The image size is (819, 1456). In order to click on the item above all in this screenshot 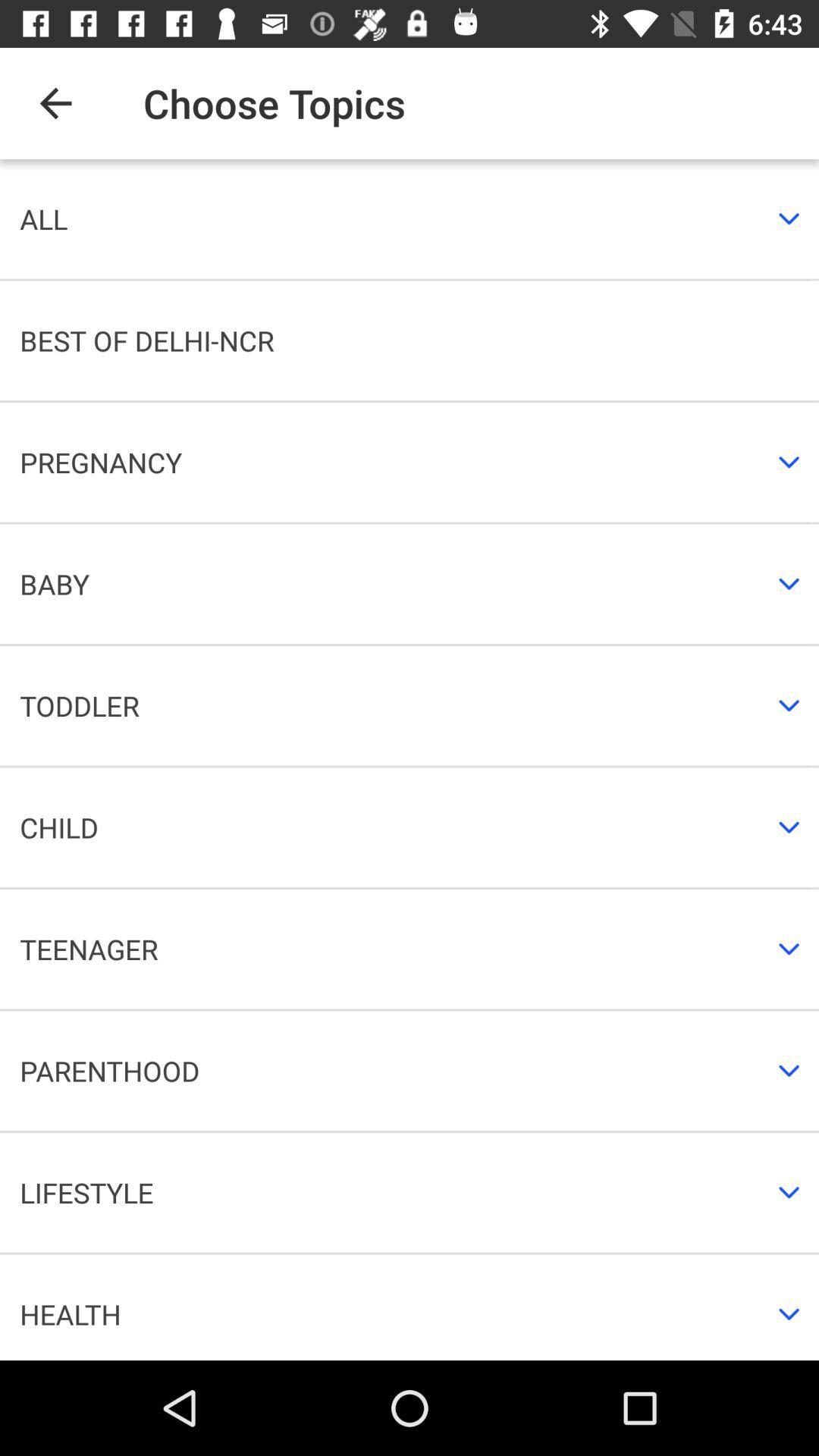, I will do `click(55, 102)`.